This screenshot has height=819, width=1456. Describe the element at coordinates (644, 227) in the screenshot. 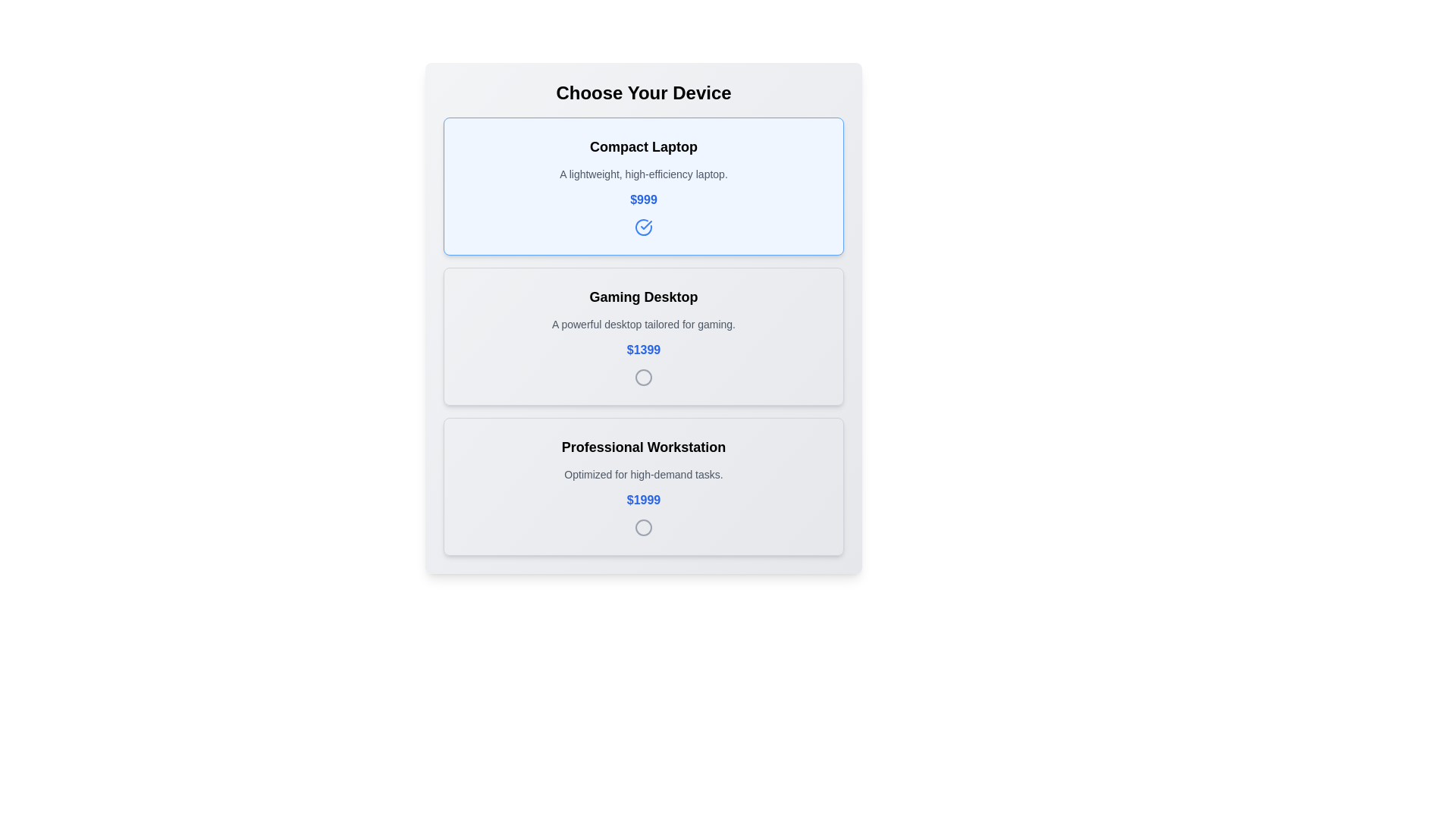

I see `the graphical icon, which is a blue circle with a checkmark, located centrally below the '$999' text in the 'Compact Laptop' selection card` at that location.